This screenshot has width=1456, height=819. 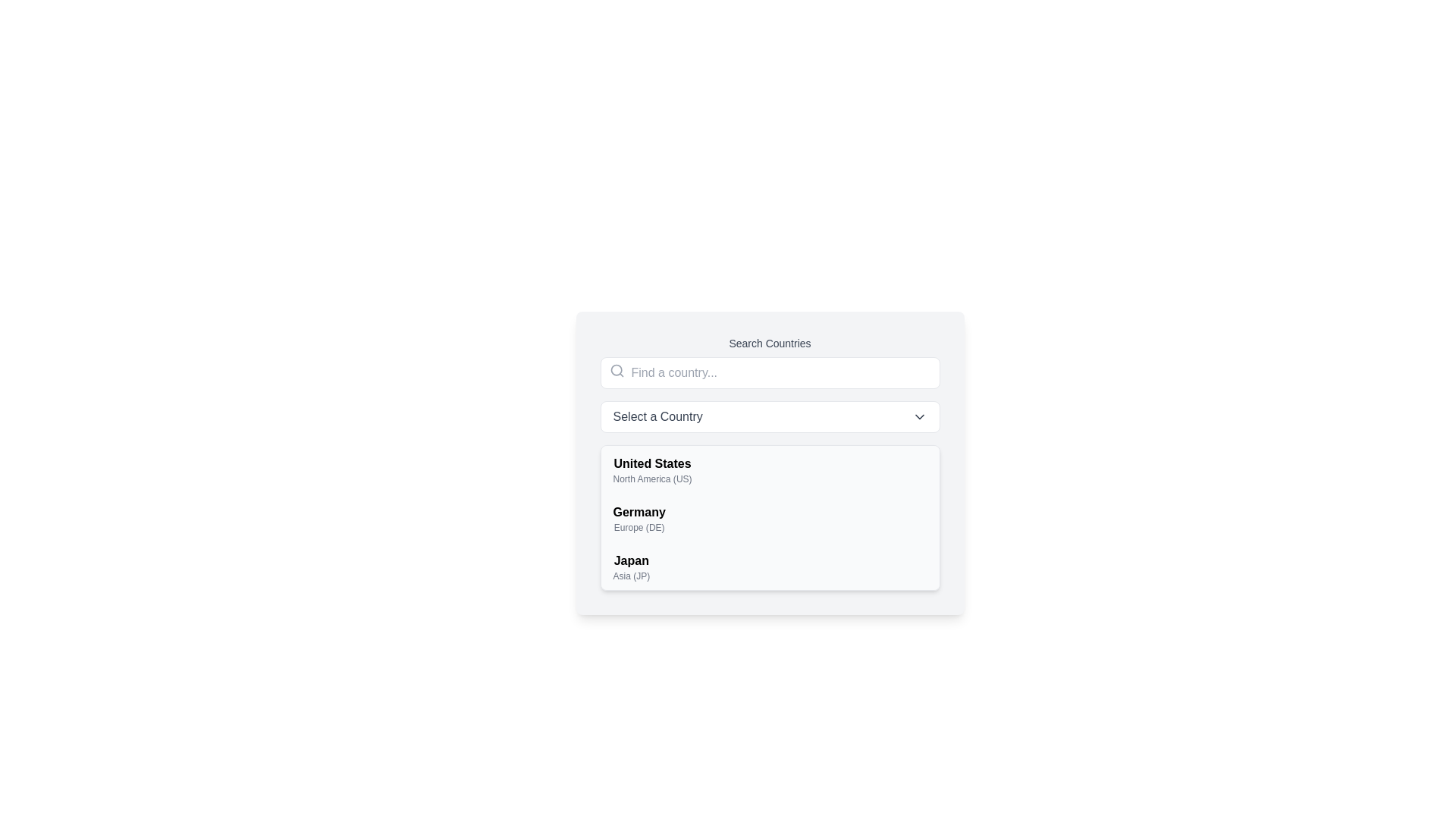 What do you see at coordinates (918, 417) in the screenshot?
I see `the chevron icon located inside the dropdown field labeled 'Select a Country'` at bounding box center [918, 417].